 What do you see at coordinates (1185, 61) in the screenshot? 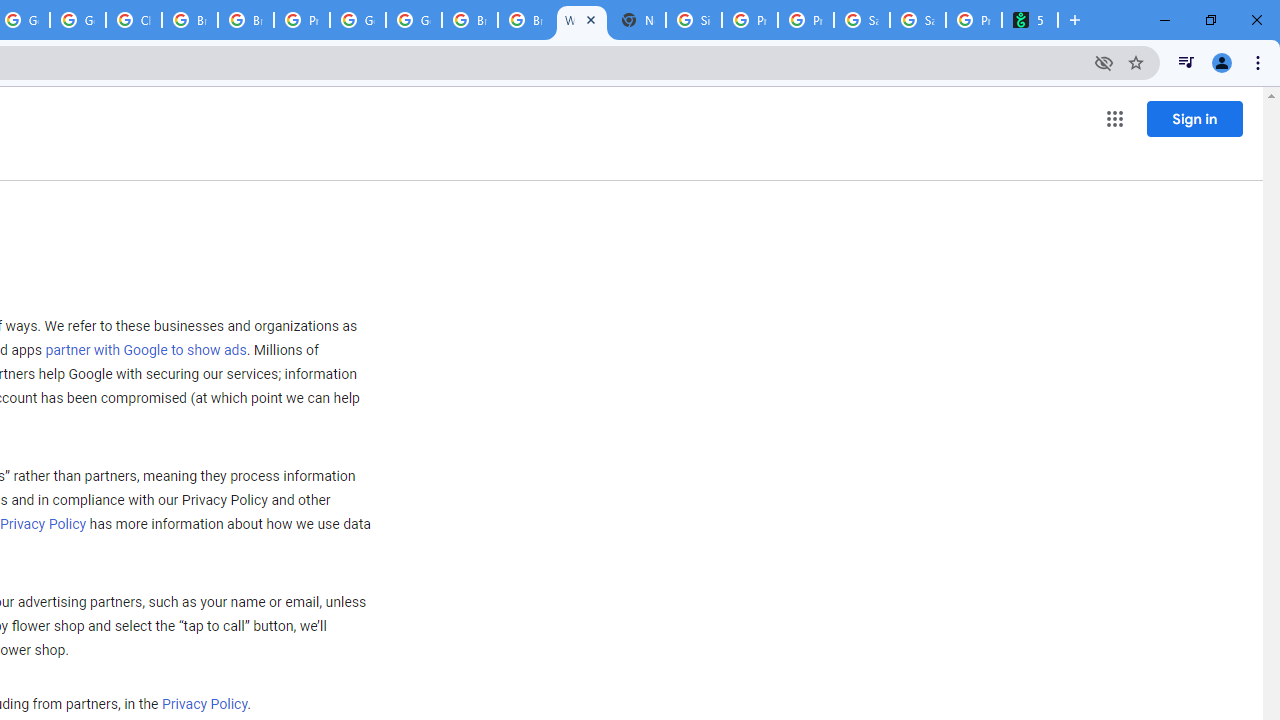
I see `'Control your music, videos, and more'` at bounding box center [1185, 61].